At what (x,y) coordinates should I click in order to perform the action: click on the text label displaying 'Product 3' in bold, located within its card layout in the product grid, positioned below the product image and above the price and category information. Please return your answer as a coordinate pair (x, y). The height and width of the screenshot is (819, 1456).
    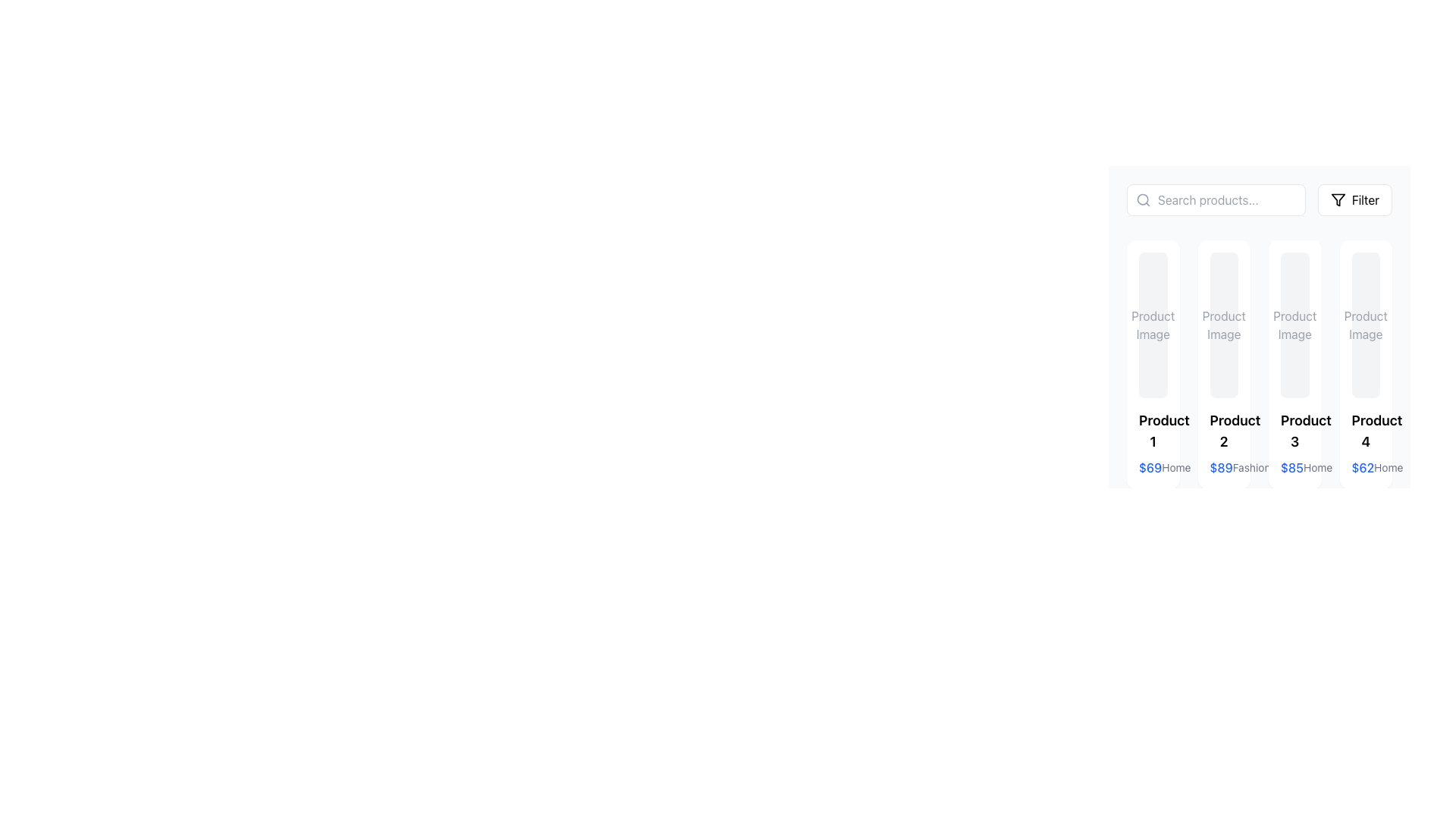
    Looking at the image, I should click on (1294, 431).